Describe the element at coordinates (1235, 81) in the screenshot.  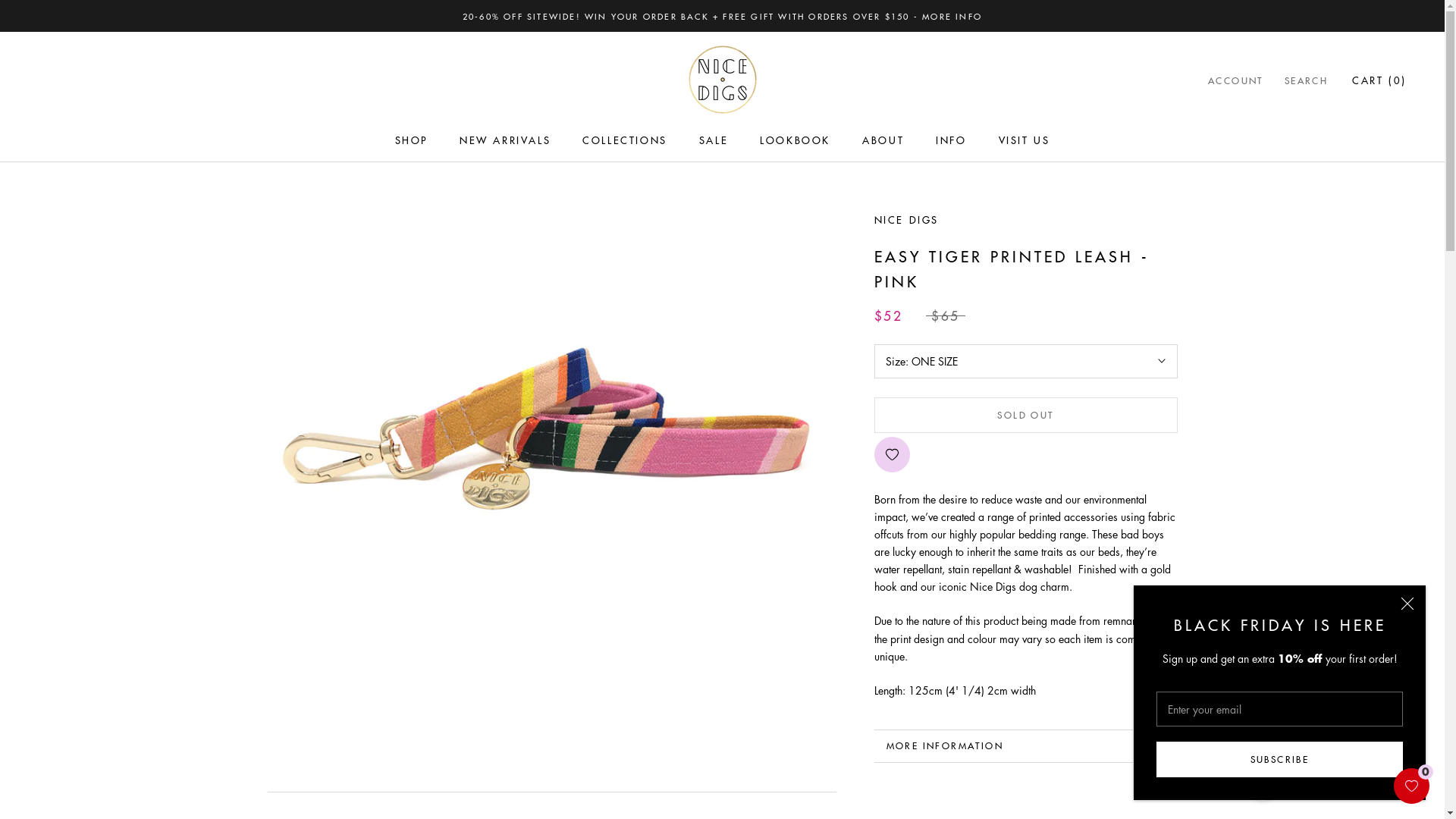
I see `'ACCOUNT'` at that location.